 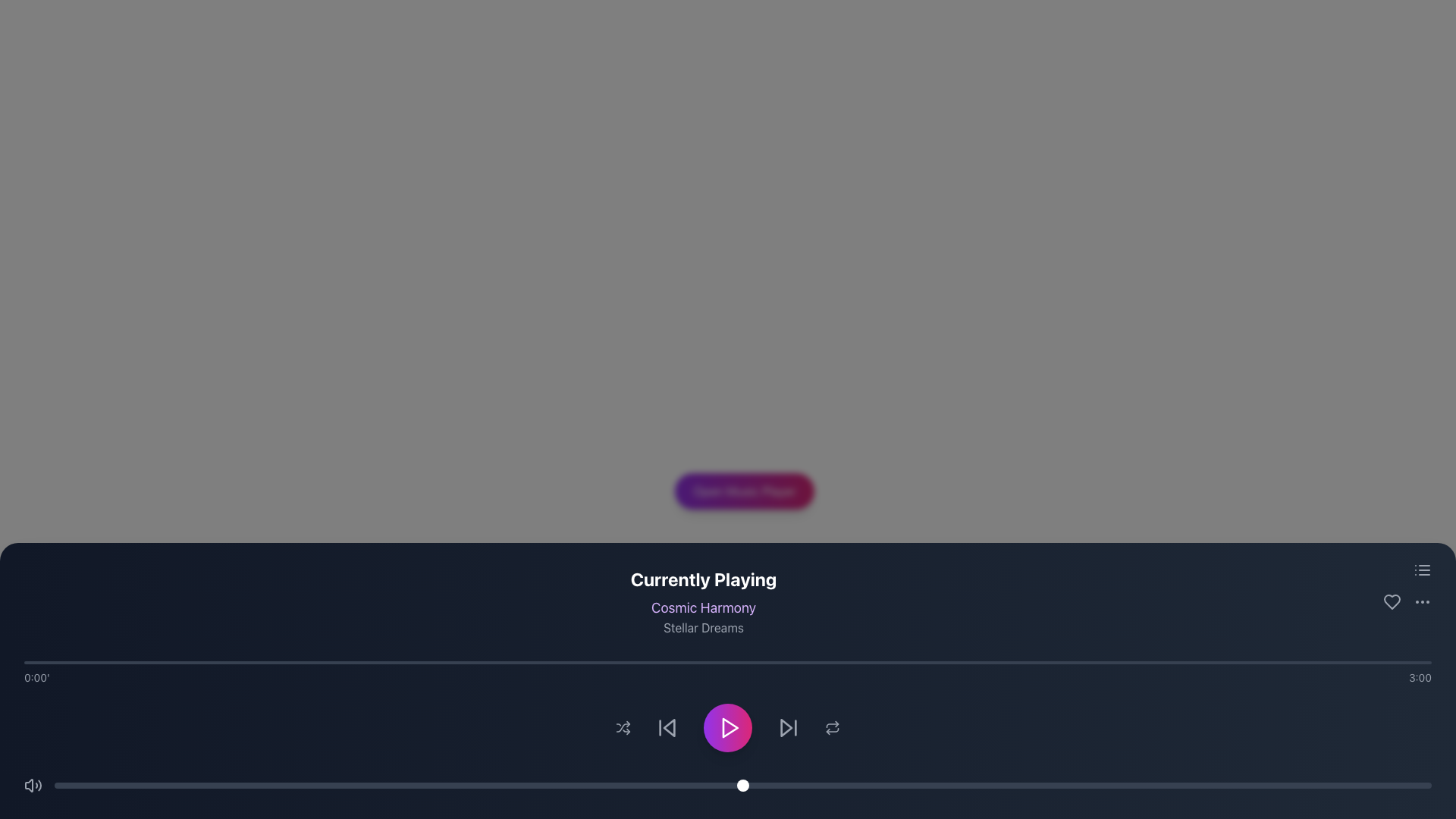 What do you see at coordinates (151, 785) in the screenshot?
I see `the slider` at bounding box center [151, 785].